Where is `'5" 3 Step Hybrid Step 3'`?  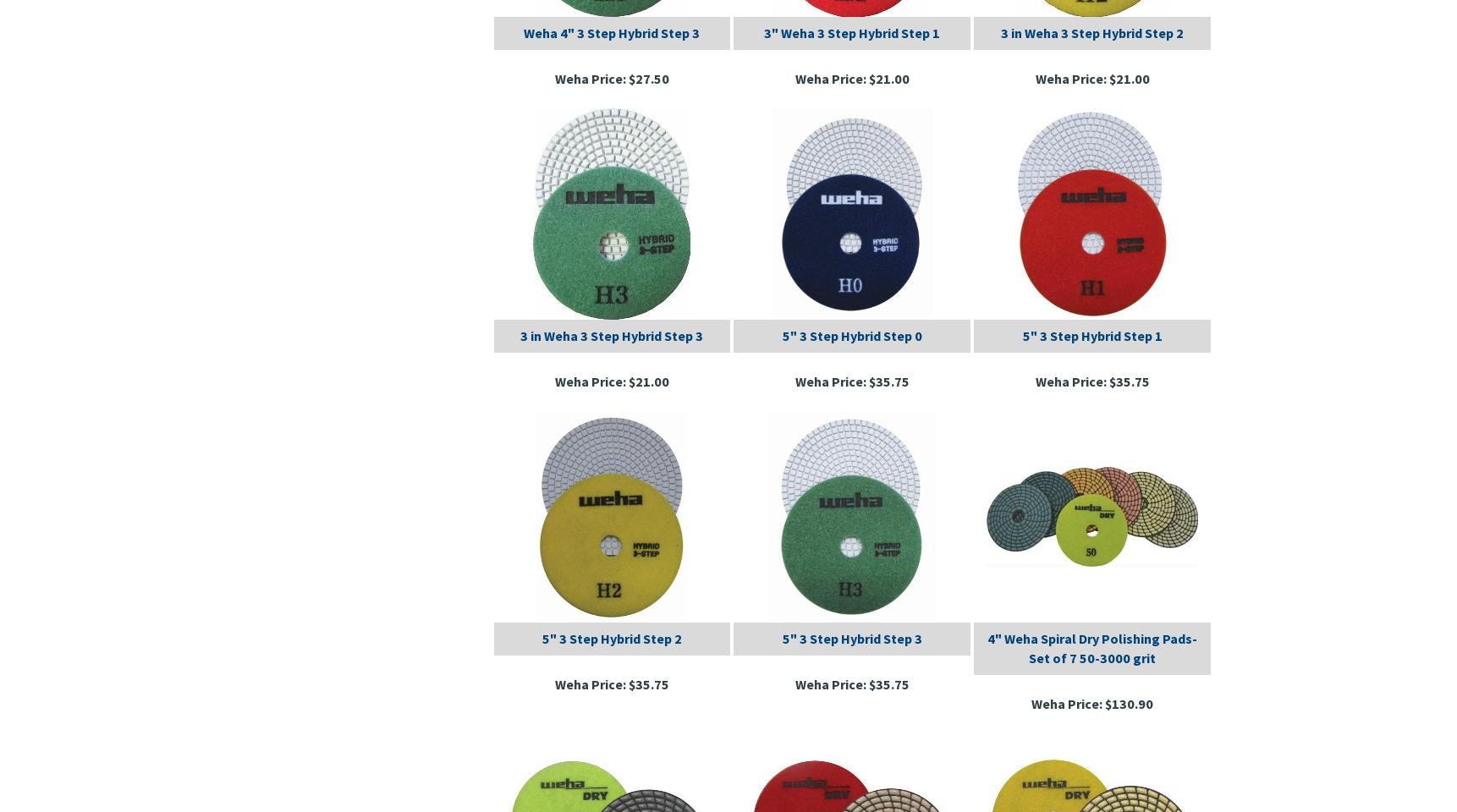
'5" 3 Step Hybrid Step 3' is located at coordinates (851, 636).